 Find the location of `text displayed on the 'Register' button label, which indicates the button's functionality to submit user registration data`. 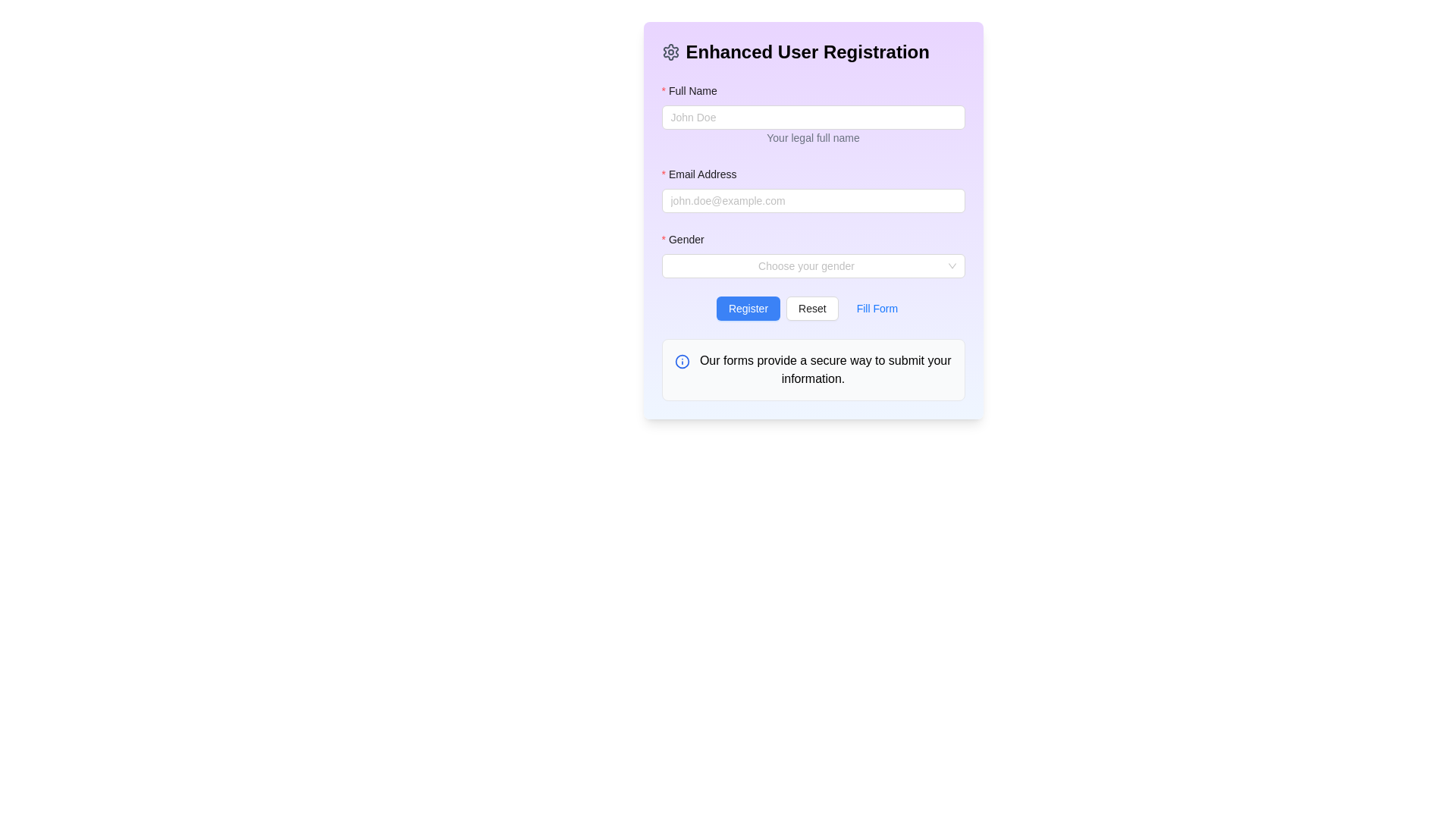

text displayed on the 'Register' button label, which indicates the button's functionality to submit user registration data is located at coordinates (748, 308).